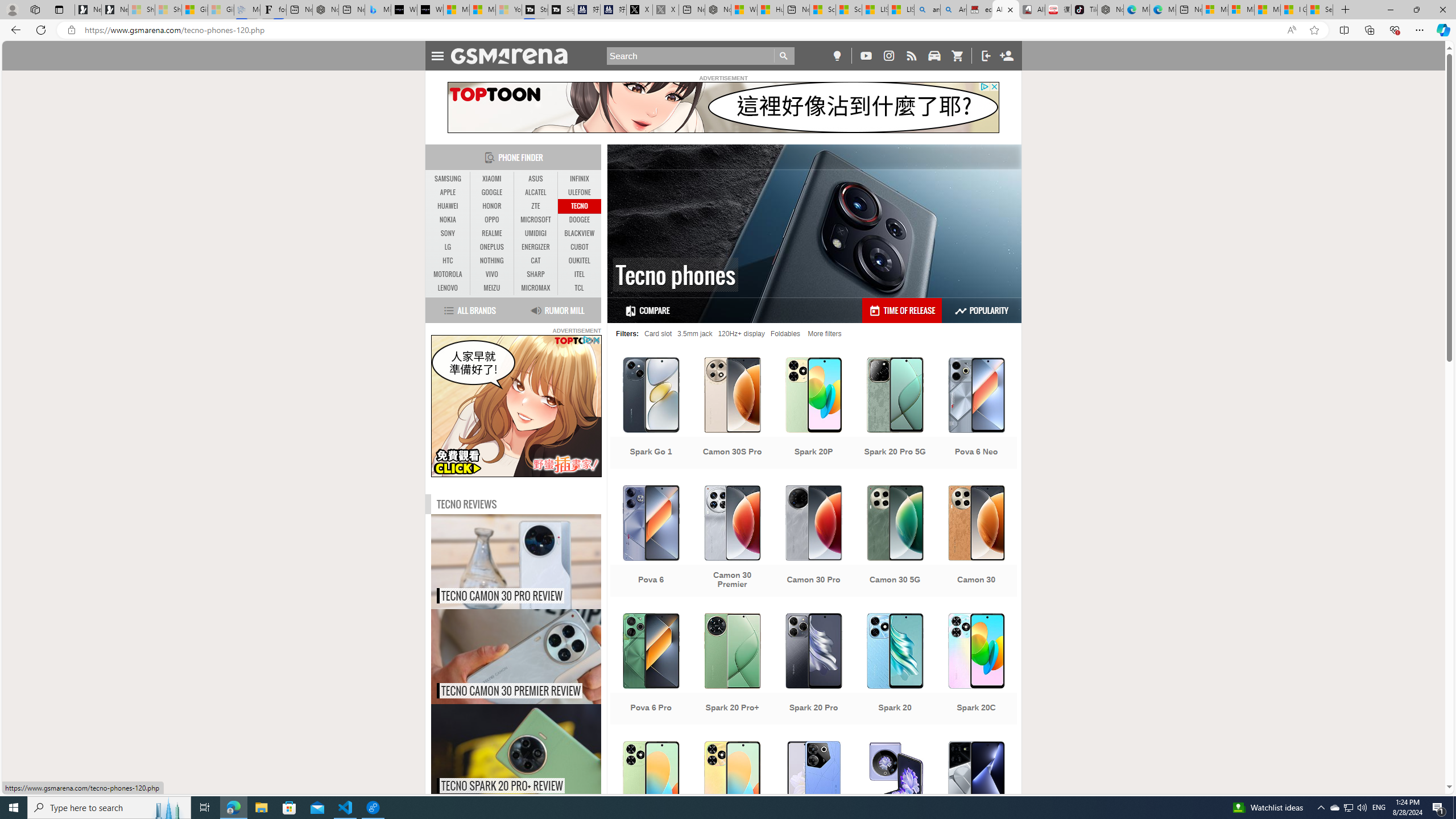  I want to click on 'INFINIX', so click(579, 179).